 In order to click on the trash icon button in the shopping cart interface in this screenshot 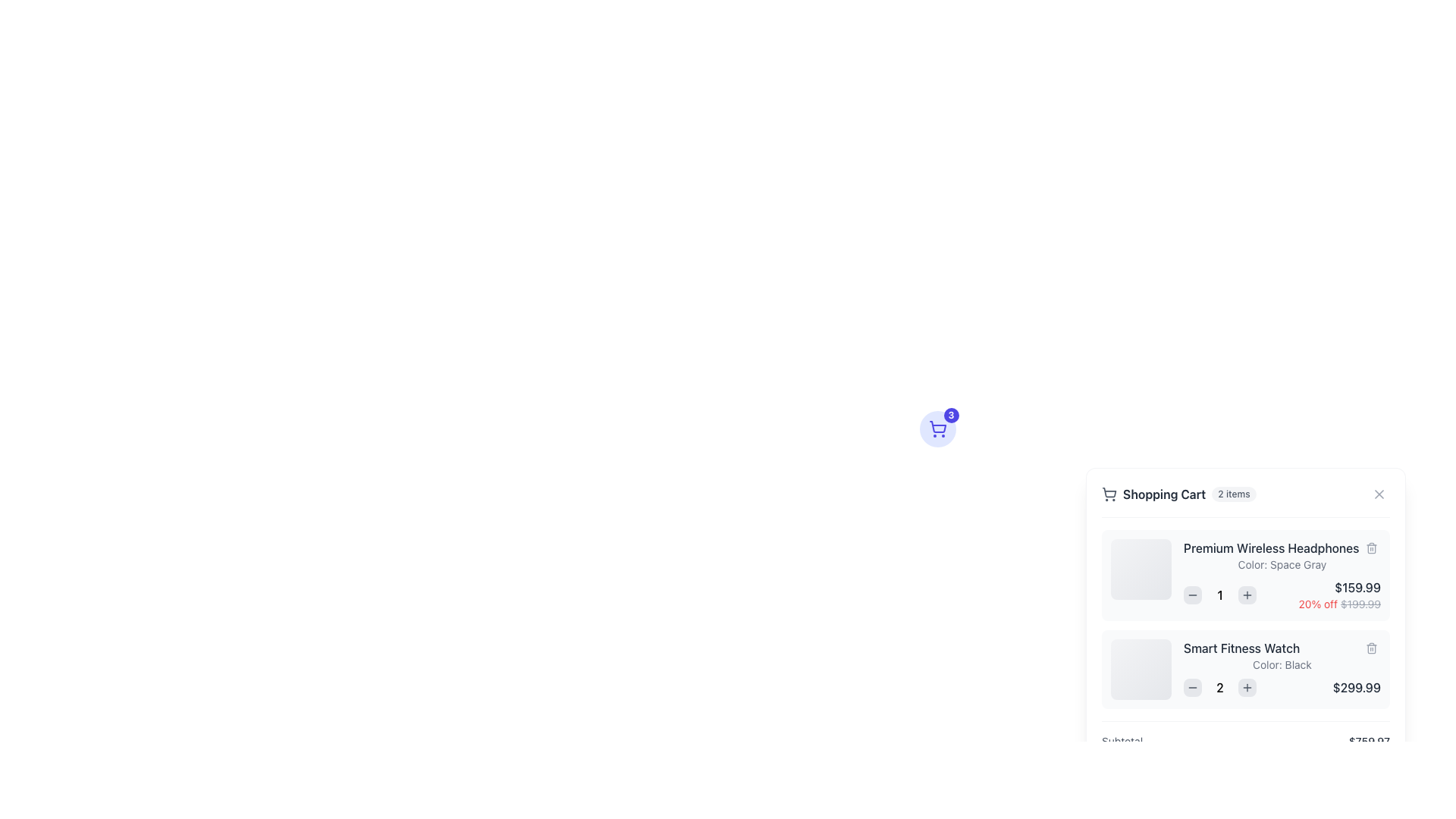, I will do `click(1372, 648)`.